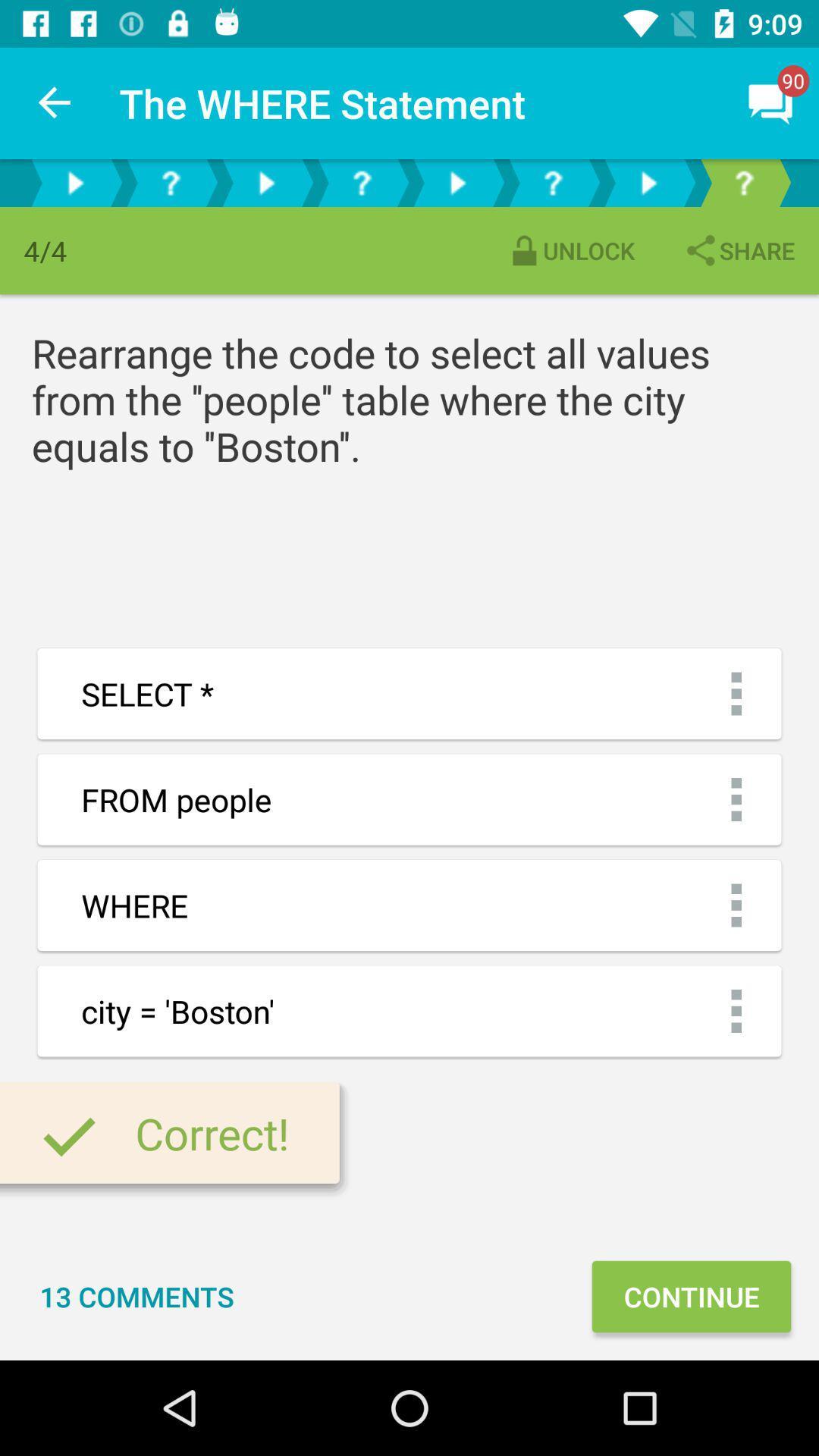 The image size is (819, 1456). What do you see at coordinates (742, 182) in the screenshot?
I see `help` at bounding box center [742, 182].